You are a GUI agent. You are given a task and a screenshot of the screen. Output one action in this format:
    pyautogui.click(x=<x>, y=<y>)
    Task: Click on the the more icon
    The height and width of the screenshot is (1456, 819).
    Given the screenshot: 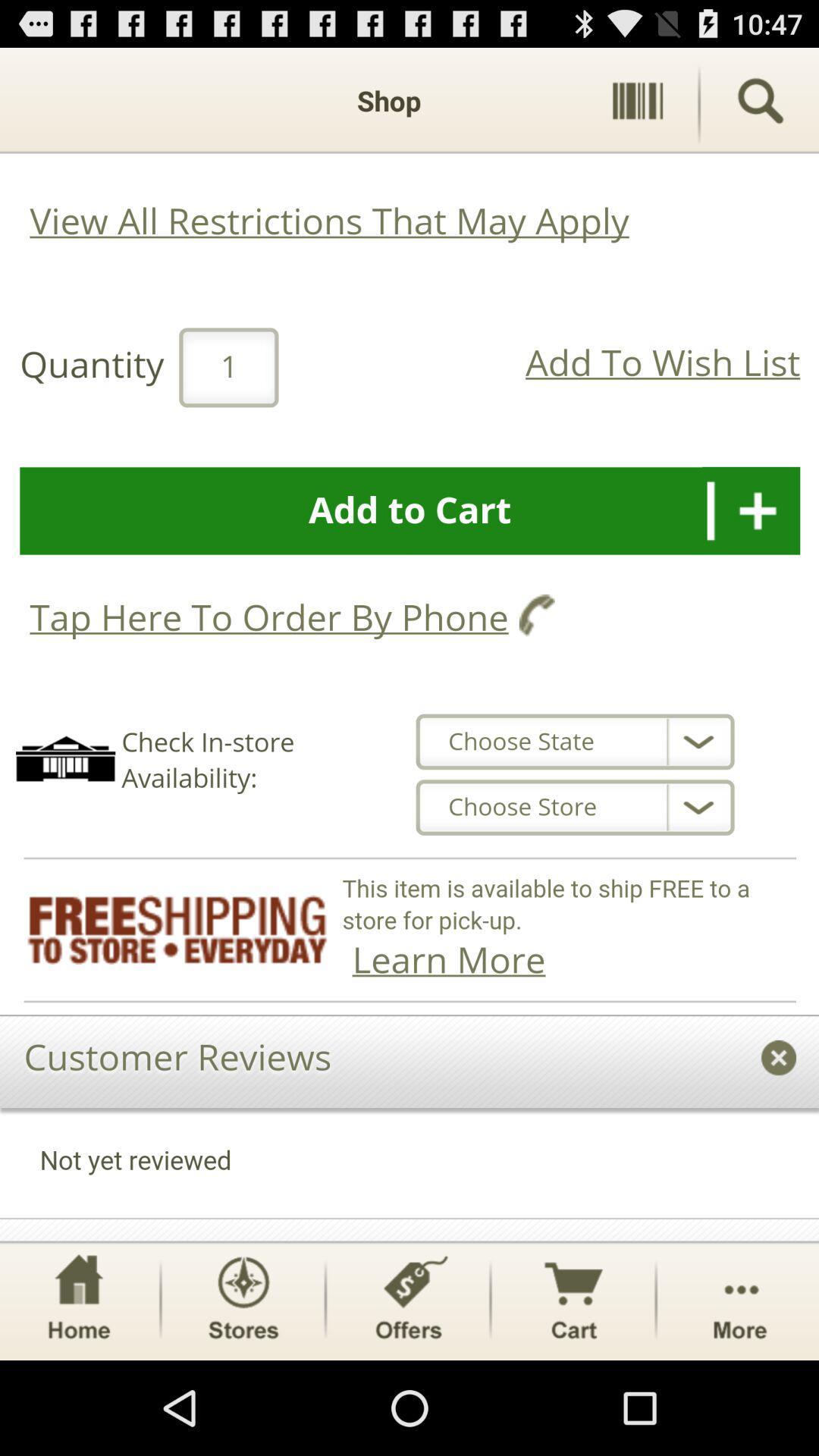 What is the action you would take?
    pyautogui.click(x=739, y=1392)
    